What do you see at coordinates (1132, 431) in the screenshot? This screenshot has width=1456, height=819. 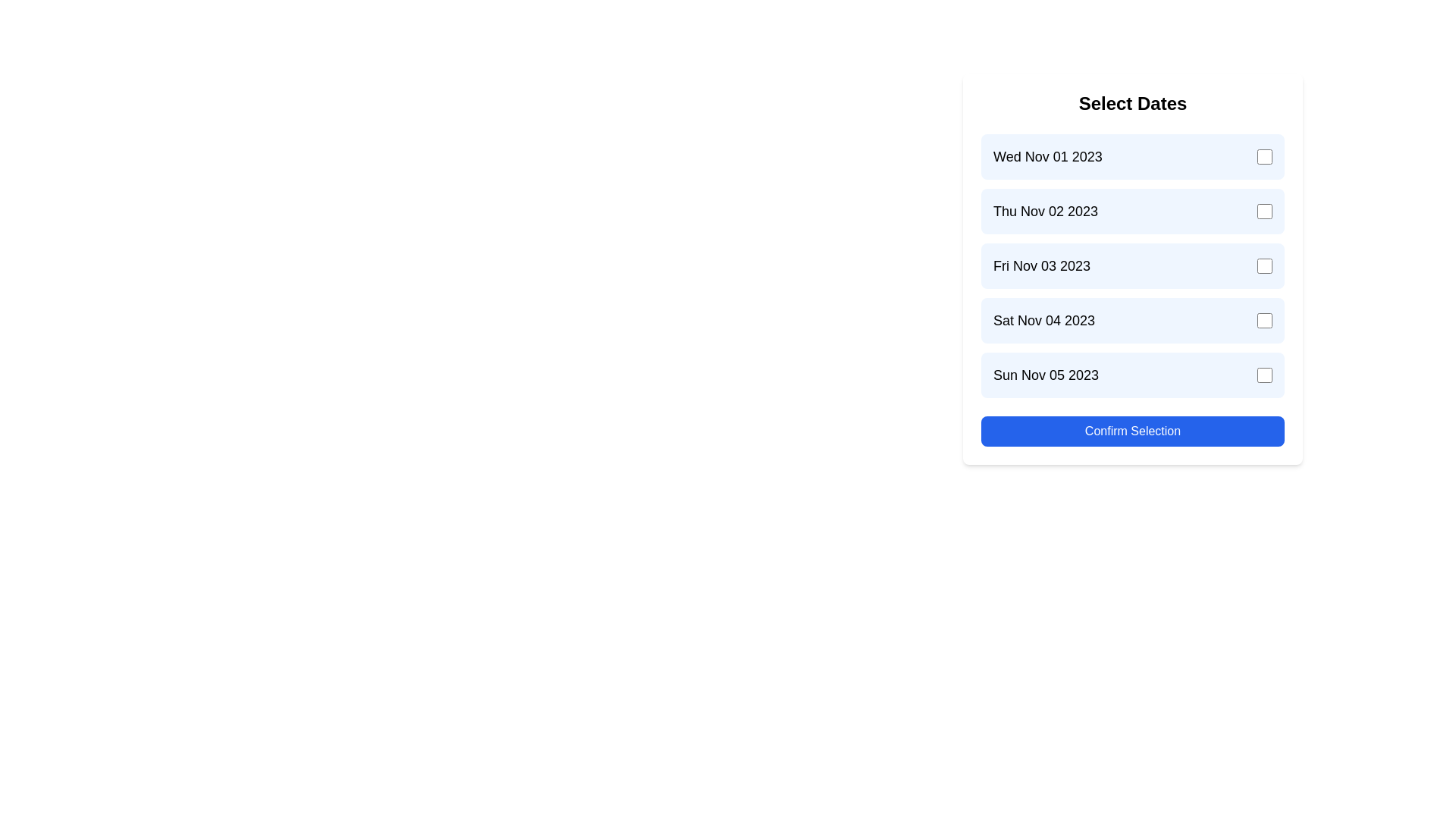 I see `'Confirm Selection' button to finalize the chosen dates` at bounding box center [1132, 431].